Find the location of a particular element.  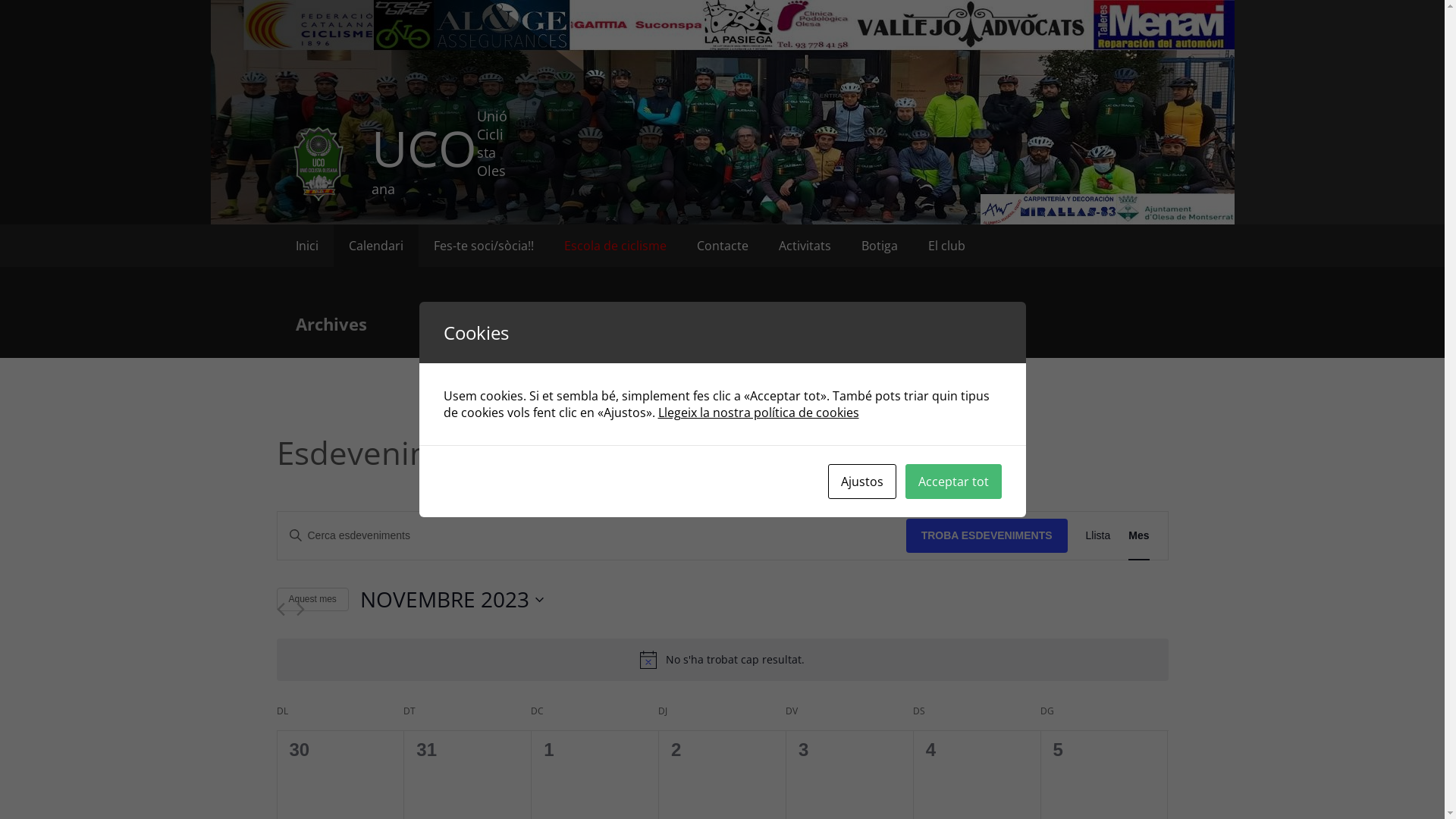

'Botiga' is located at coordinates (880, 245).